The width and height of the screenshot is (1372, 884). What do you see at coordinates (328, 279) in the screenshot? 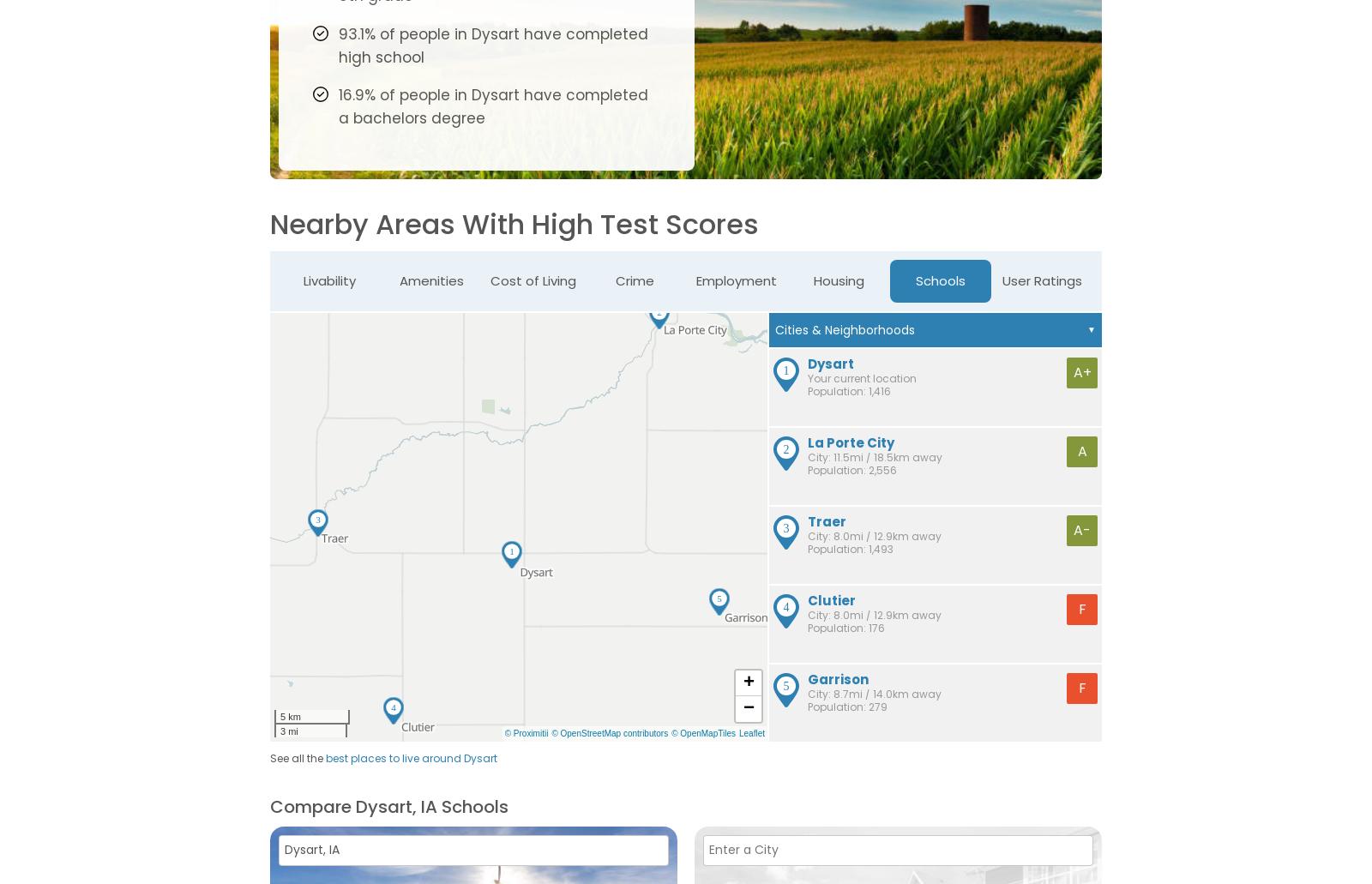
I see `'Livability'` at bounding box center [328, 279].